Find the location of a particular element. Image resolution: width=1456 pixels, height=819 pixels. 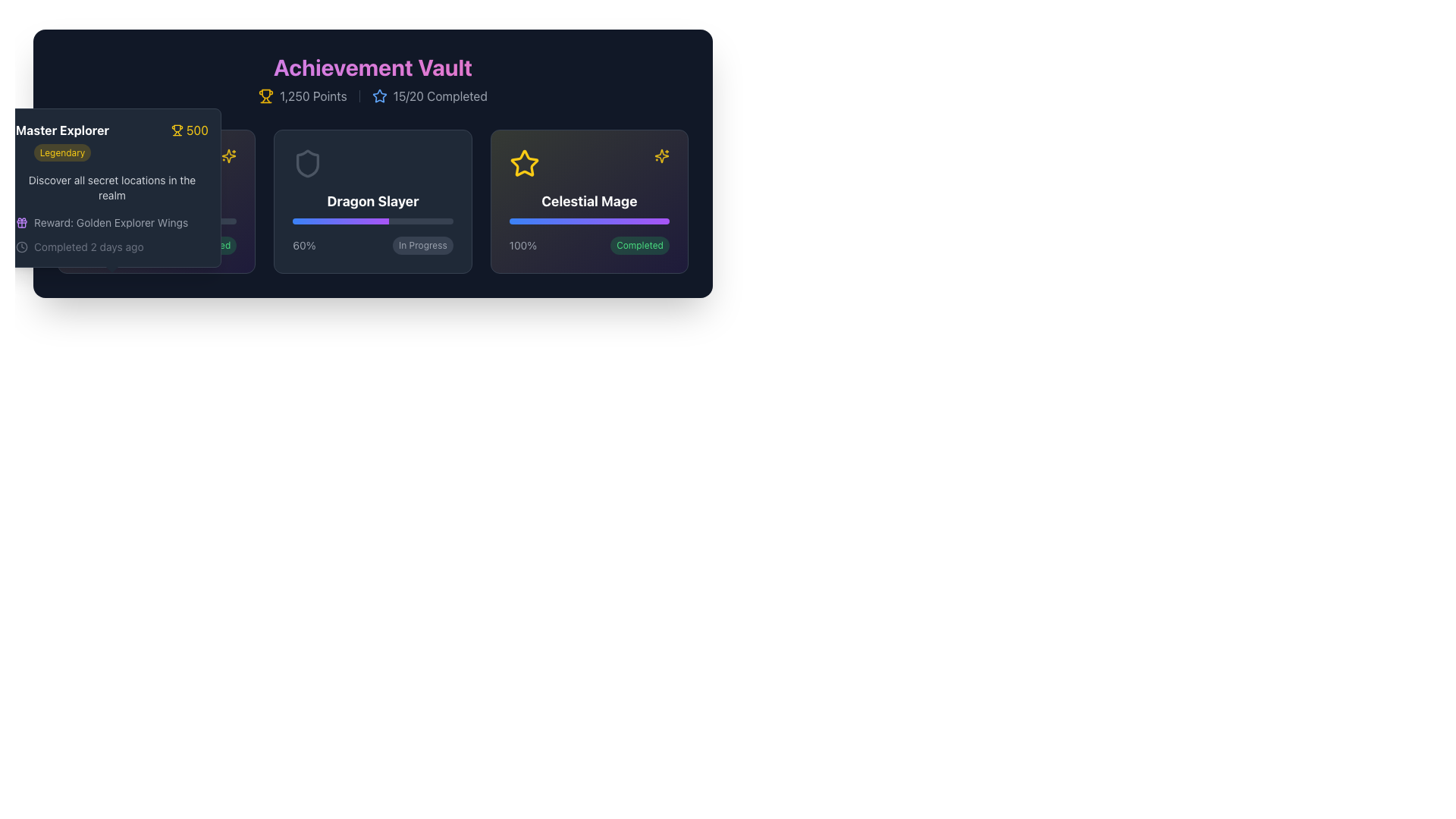

the animated glowing icon located beside the 'Celestial Mage' text in the 'Achievement Vault' section is located at coordinates (228, 155).